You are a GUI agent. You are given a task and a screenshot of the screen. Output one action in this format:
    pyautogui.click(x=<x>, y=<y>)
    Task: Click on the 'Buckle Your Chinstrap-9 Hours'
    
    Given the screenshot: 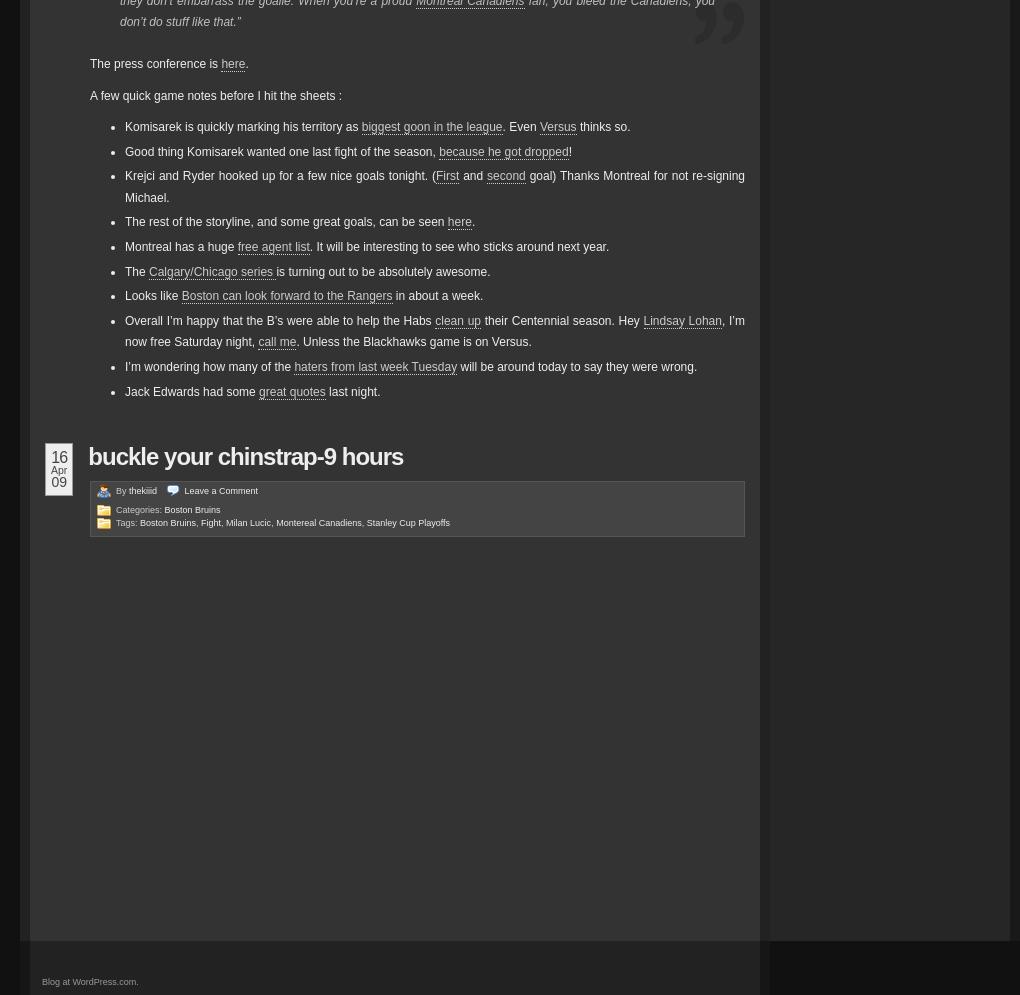 What is the action you would take?
    pyautogui.click(x=245, y=455)
    